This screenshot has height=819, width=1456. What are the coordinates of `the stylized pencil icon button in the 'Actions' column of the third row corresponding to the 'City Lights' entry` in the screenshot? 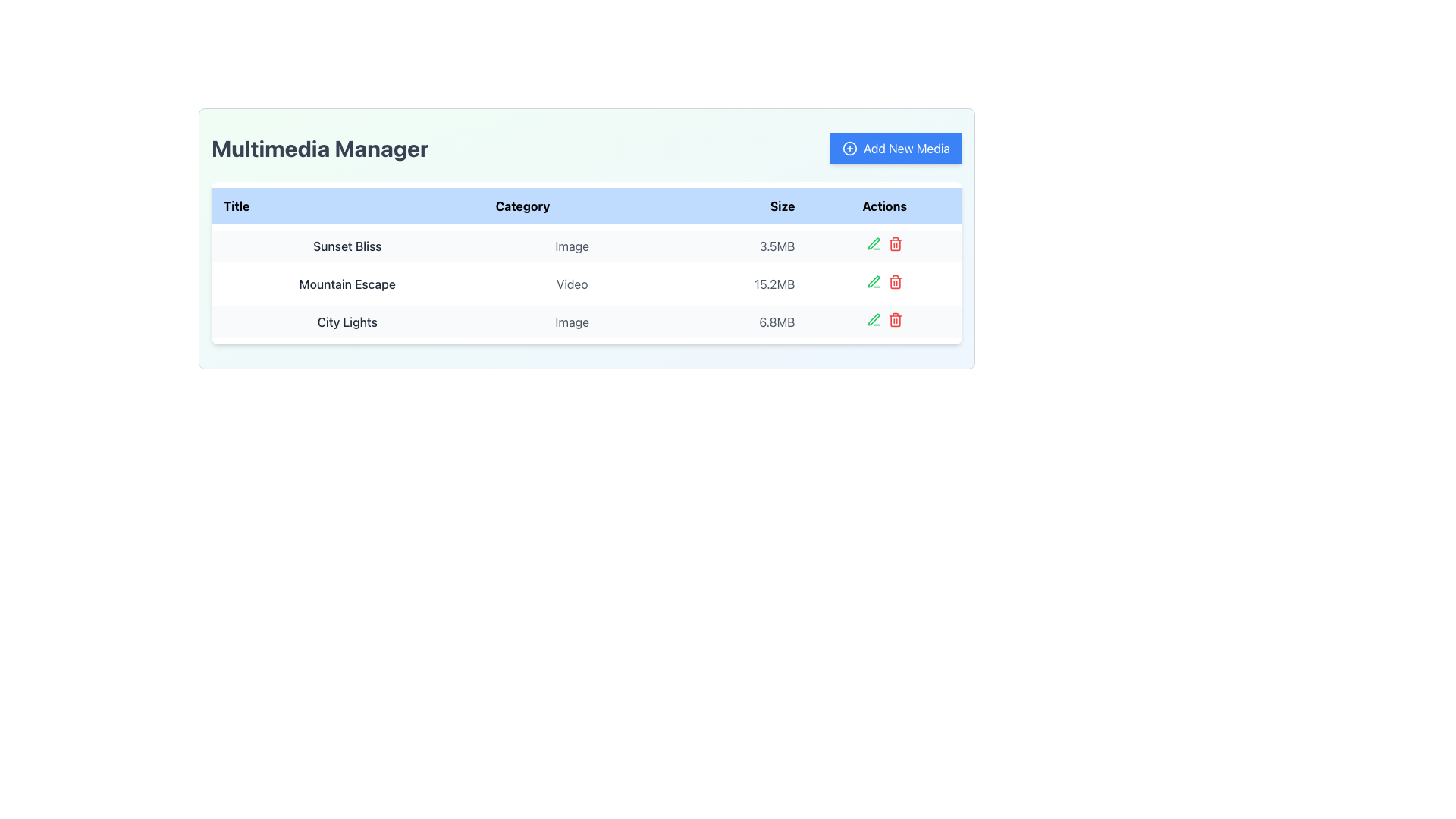 It's located at (874, 318).